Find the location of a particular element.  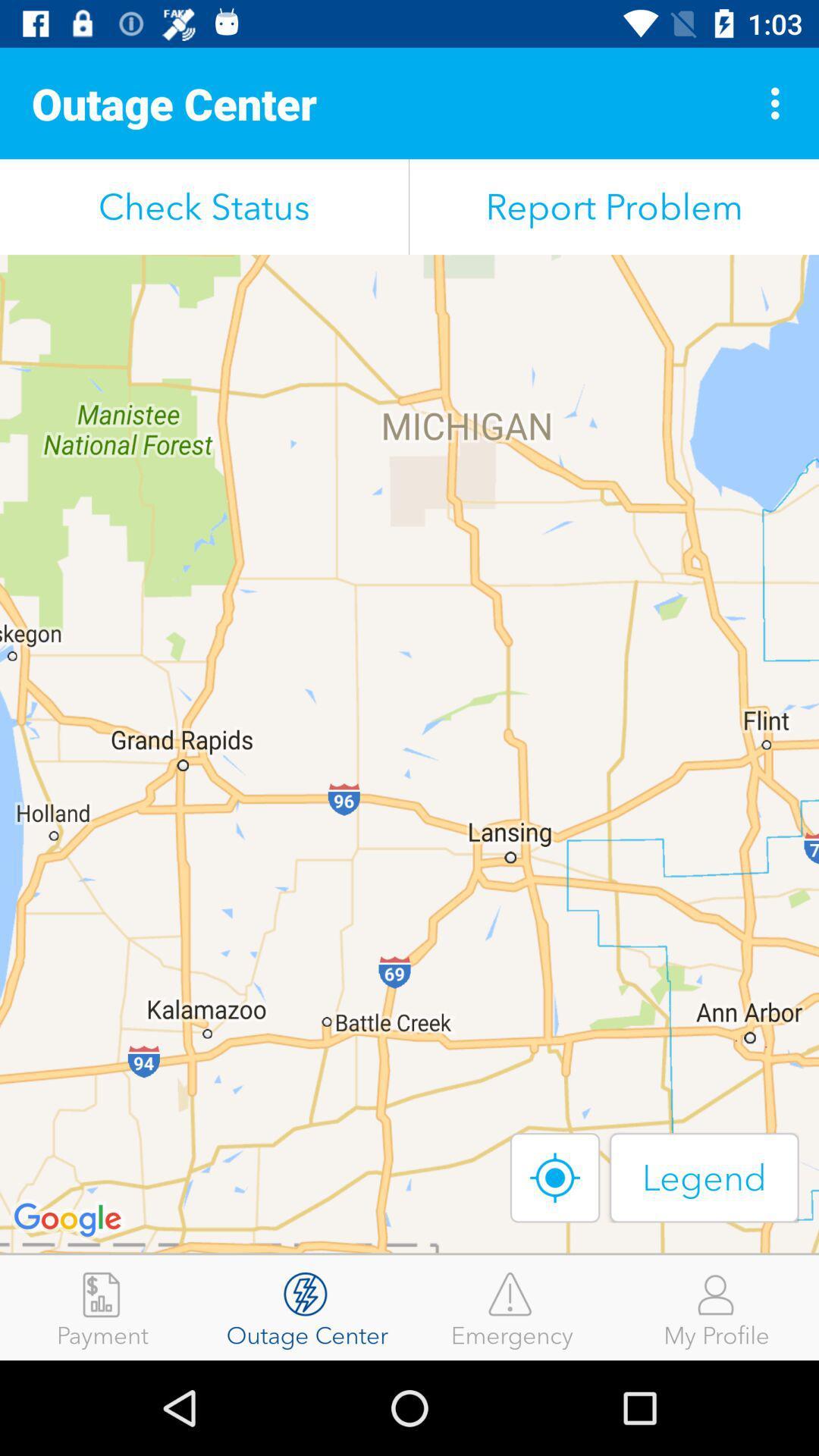

item to the left of the outage center icon is located at coordinates (102, 1307).